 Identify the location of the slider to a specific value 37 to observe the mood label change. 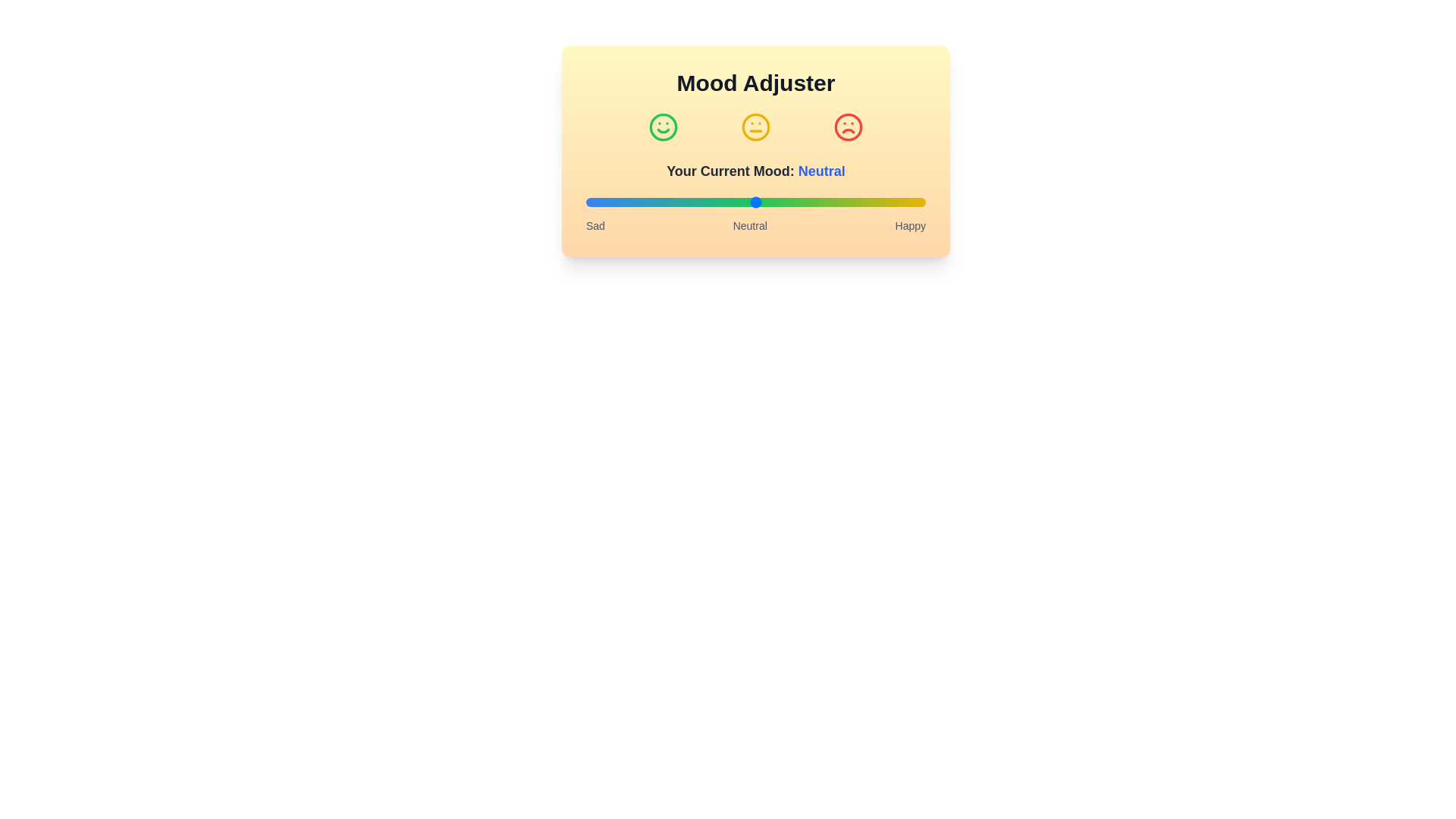
(711, 201).